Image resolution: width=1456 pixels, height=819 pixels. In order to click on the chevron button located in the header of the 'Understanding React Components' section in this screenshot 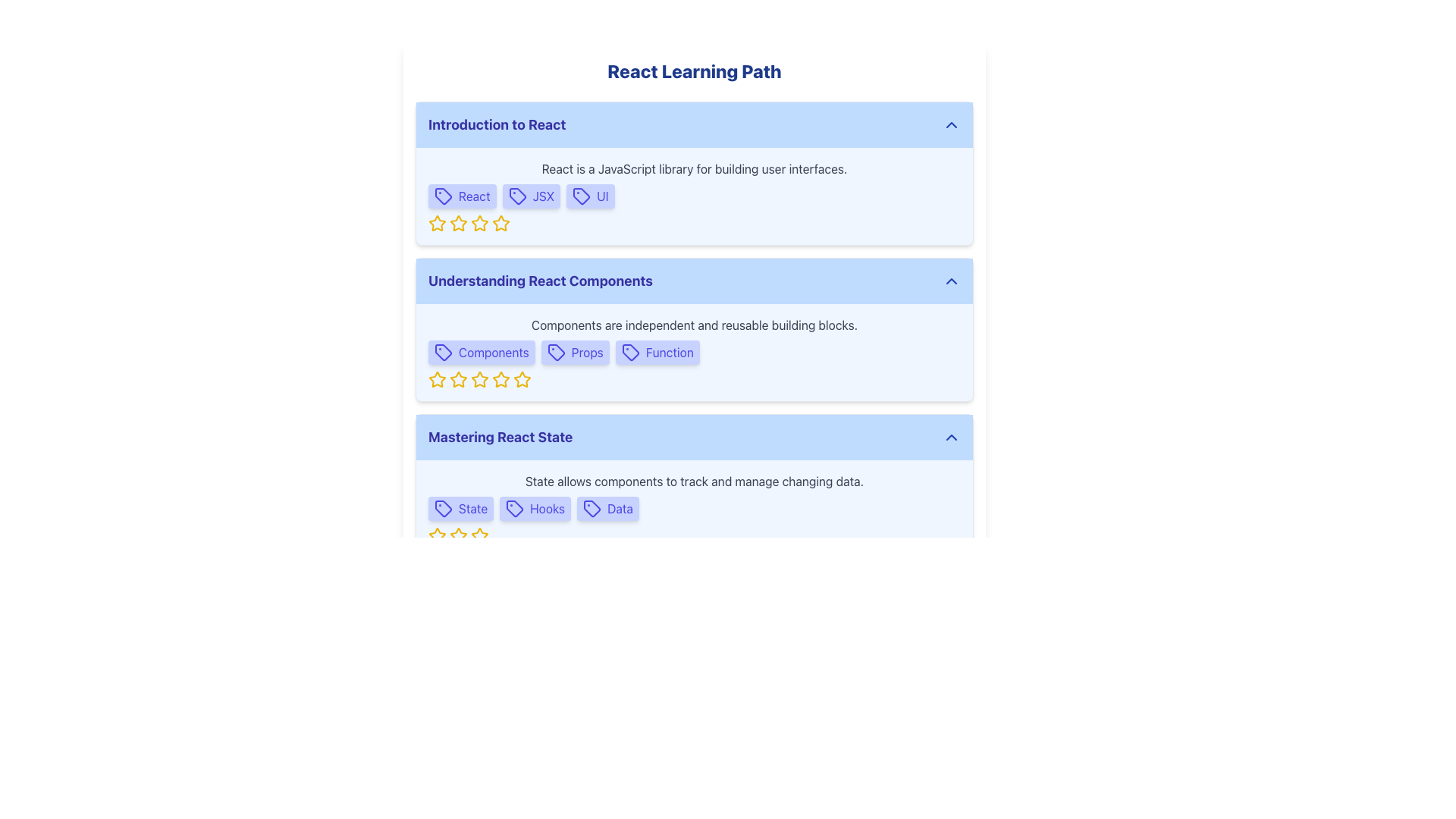, I will do `click(950, 281)`.